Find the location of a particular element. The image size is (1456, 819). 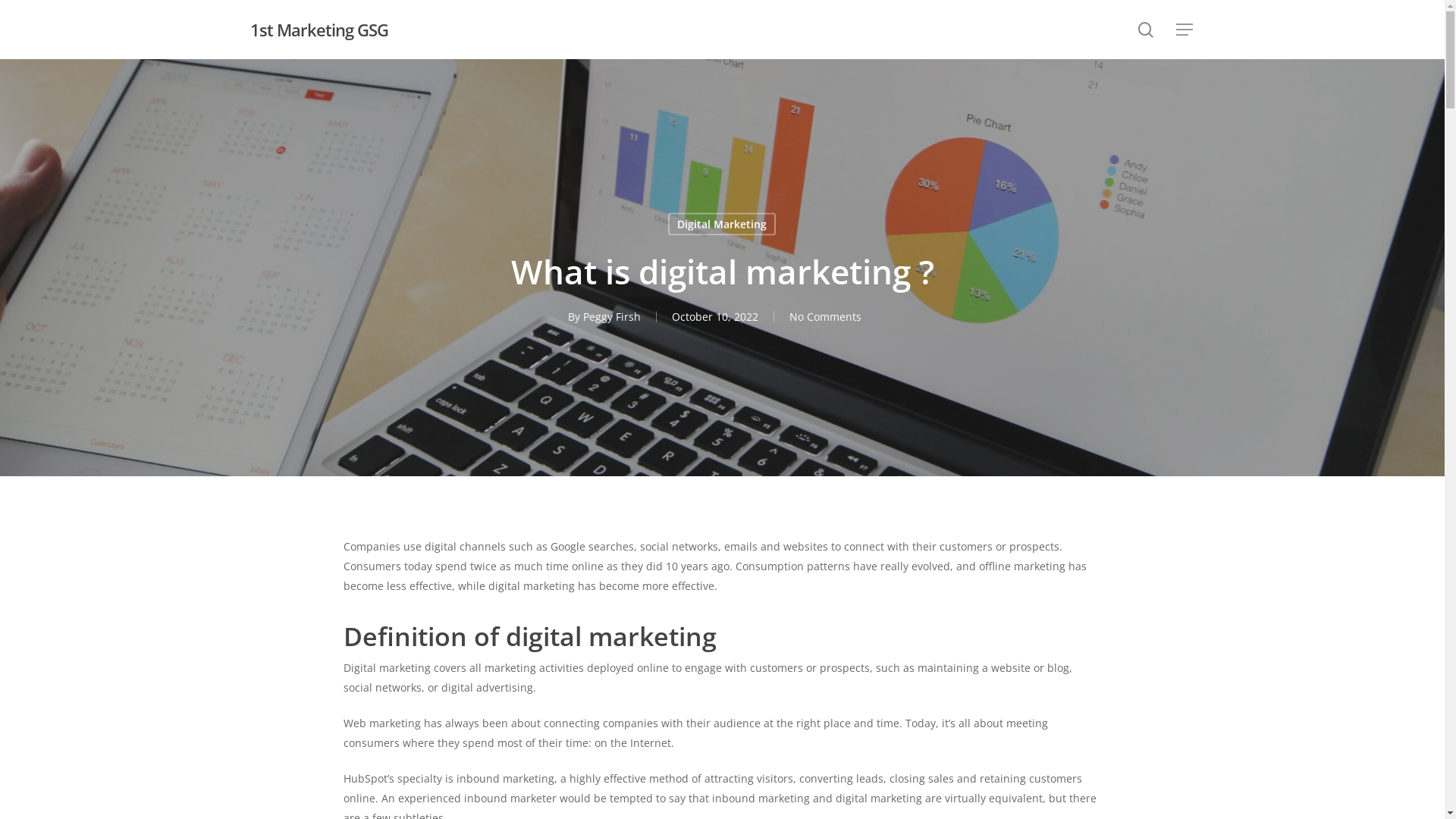

'No Comments' is located at coordinates (824, 315).